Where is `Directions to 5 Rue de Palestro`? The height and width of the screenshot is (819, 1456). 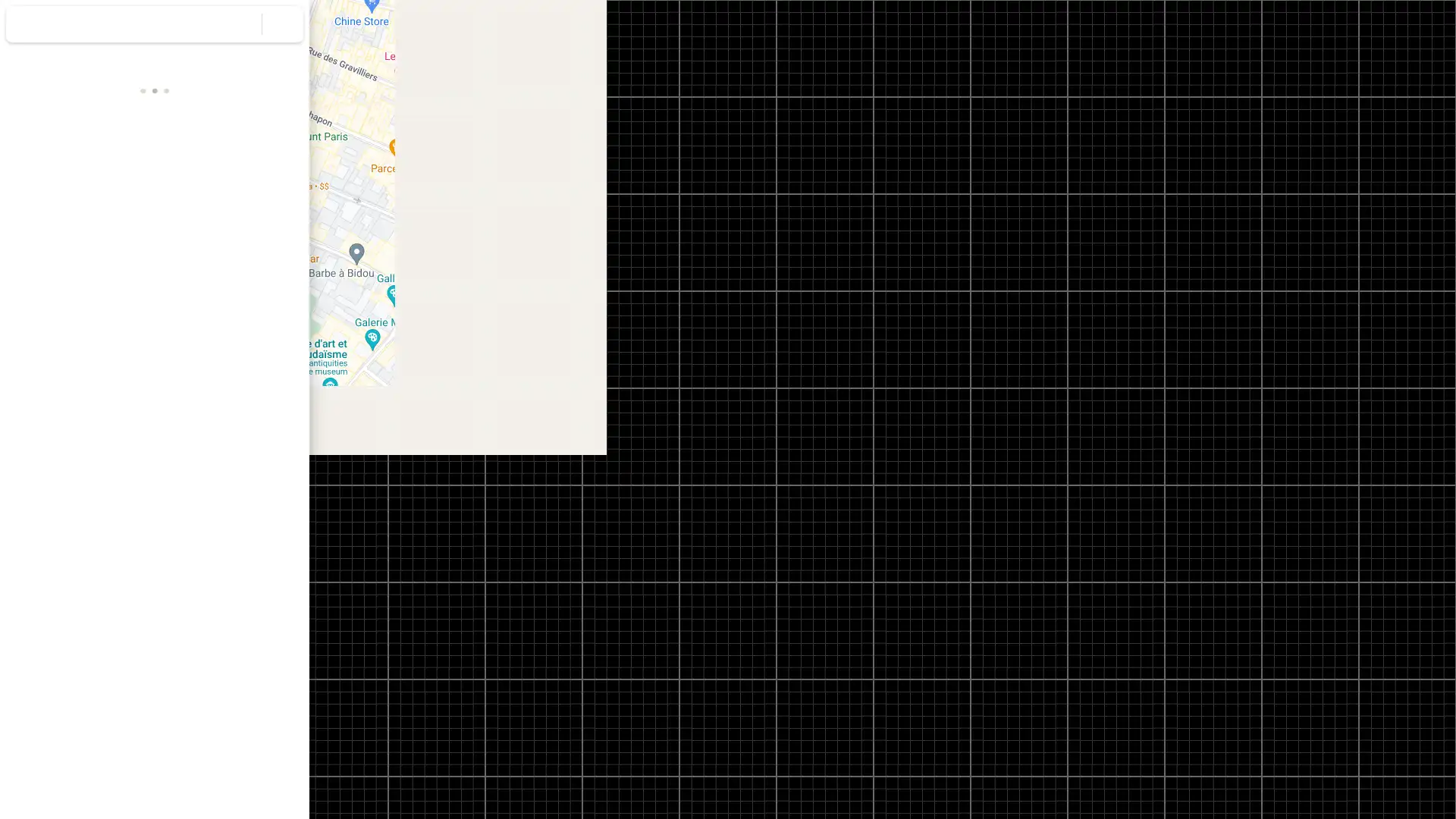
Directions to 5 Rue de Palestro is located at coordinates (43, 259).